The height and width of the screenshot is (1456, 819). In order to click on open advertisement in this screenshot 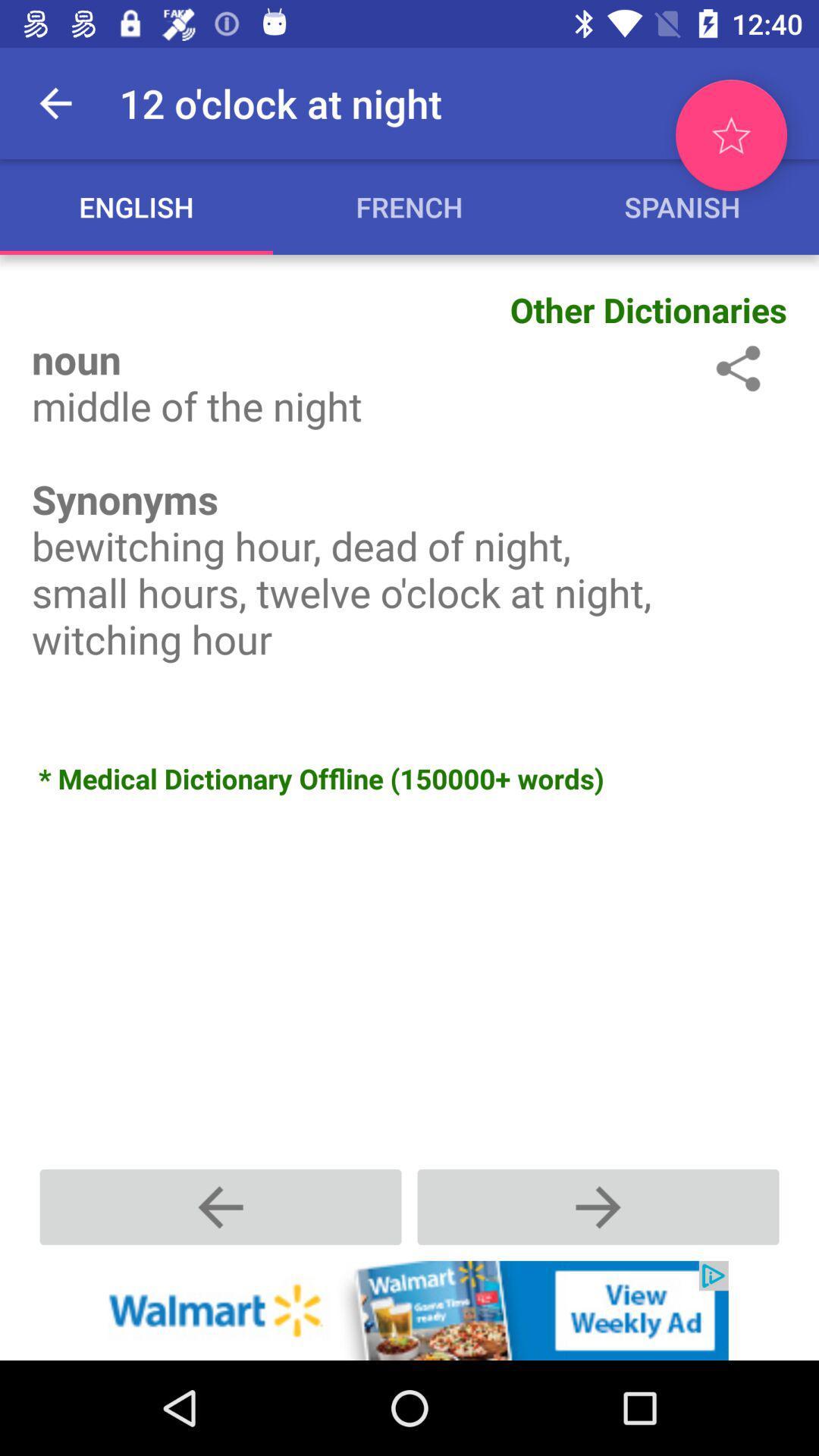, I will do `click(409, 1310)`.